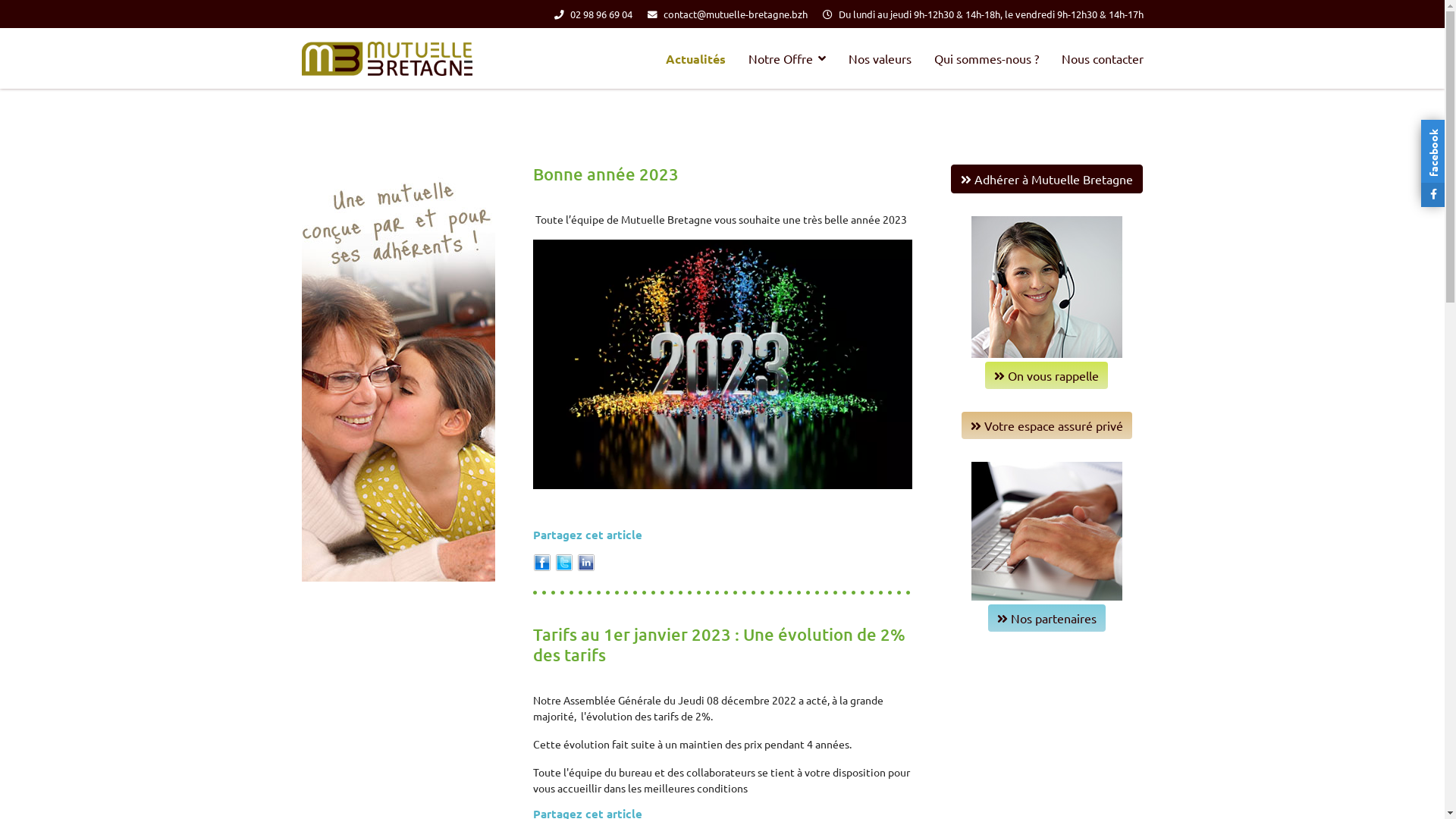 This screenshot has height=819, width=1456. I want to click on 'Nos partenaires', so click(1045, 617).